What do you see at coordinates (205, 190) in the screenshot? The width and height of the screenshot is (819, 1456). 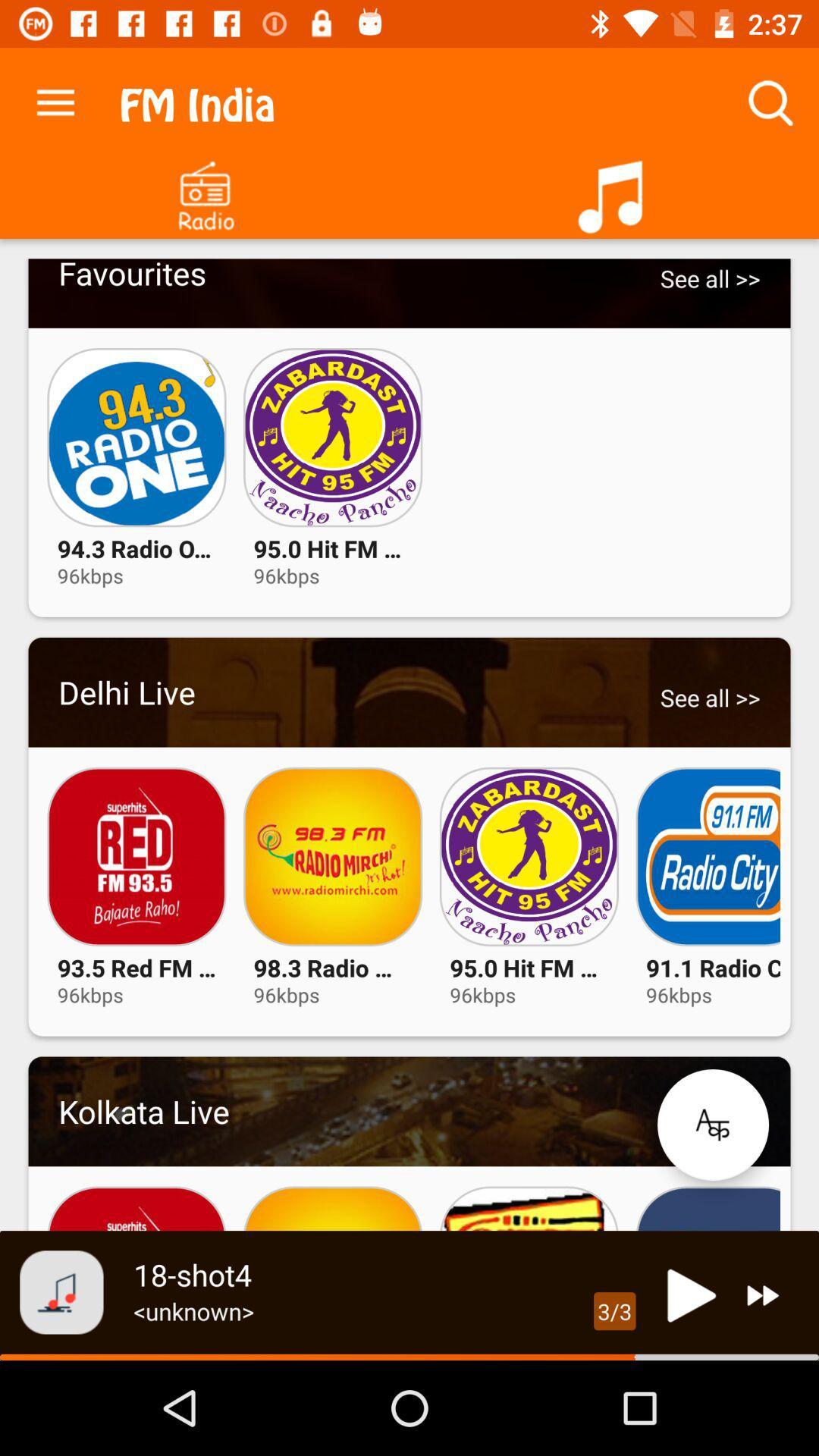 I see `move to radio screen` at bounding box center [205, 190].